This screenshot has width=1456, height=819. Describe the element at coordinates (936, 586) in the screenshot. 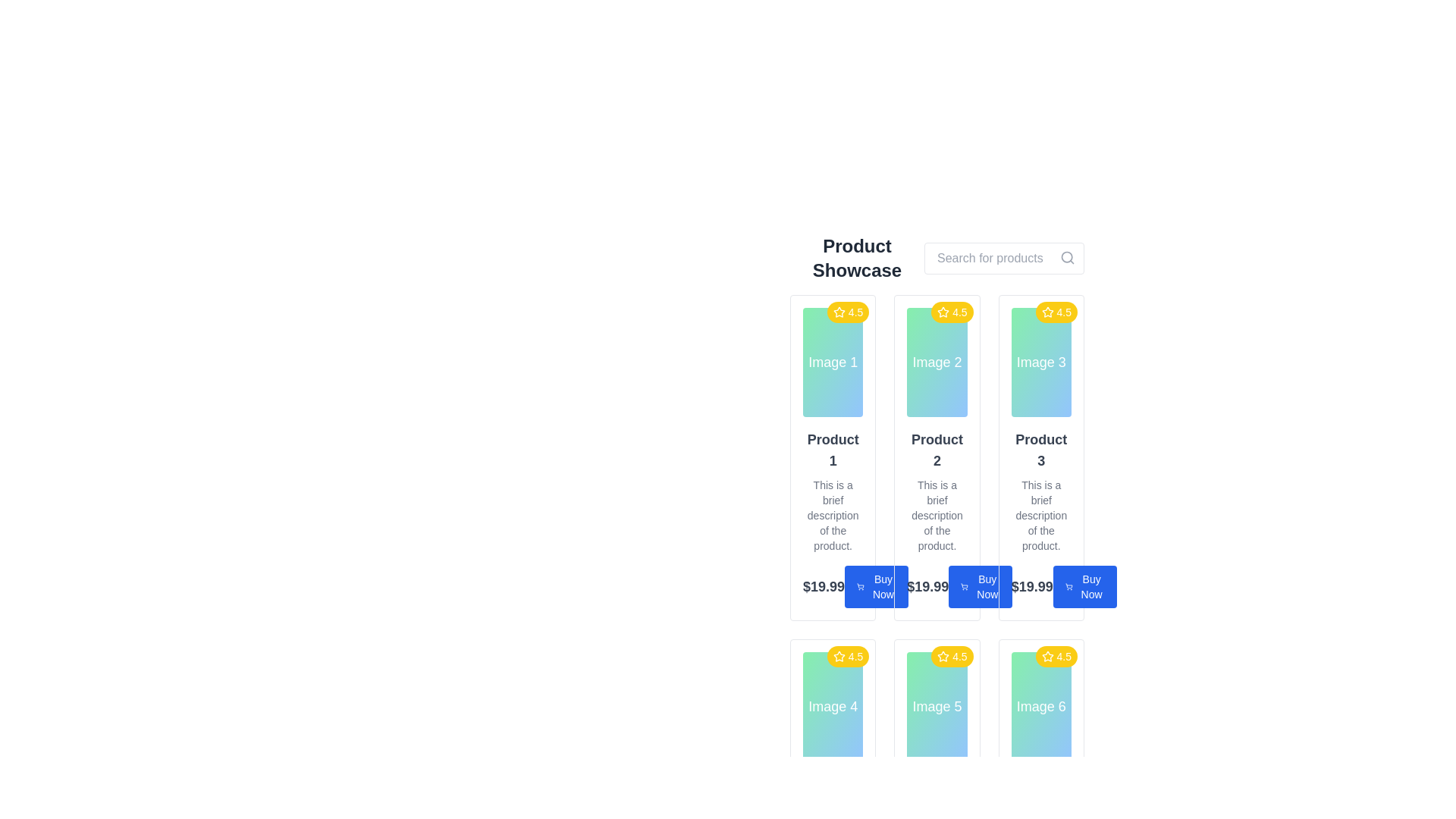

I see `the 'Buy Now' button located in the lower section of the second product card, beneath the product description text 'This is a brief description of the product.'` at that location.